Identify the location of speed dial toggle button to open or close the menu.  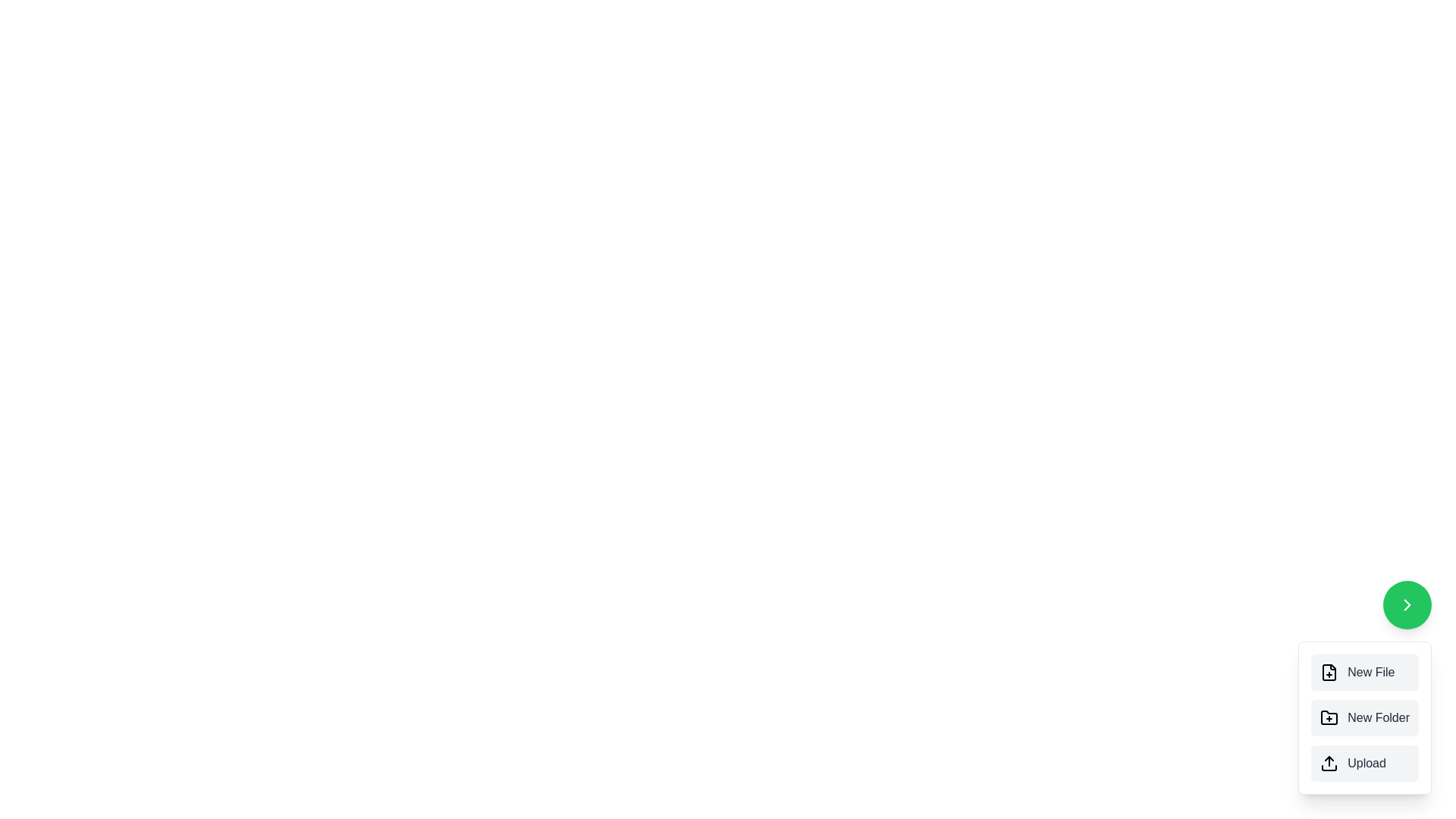
(1407, 604).